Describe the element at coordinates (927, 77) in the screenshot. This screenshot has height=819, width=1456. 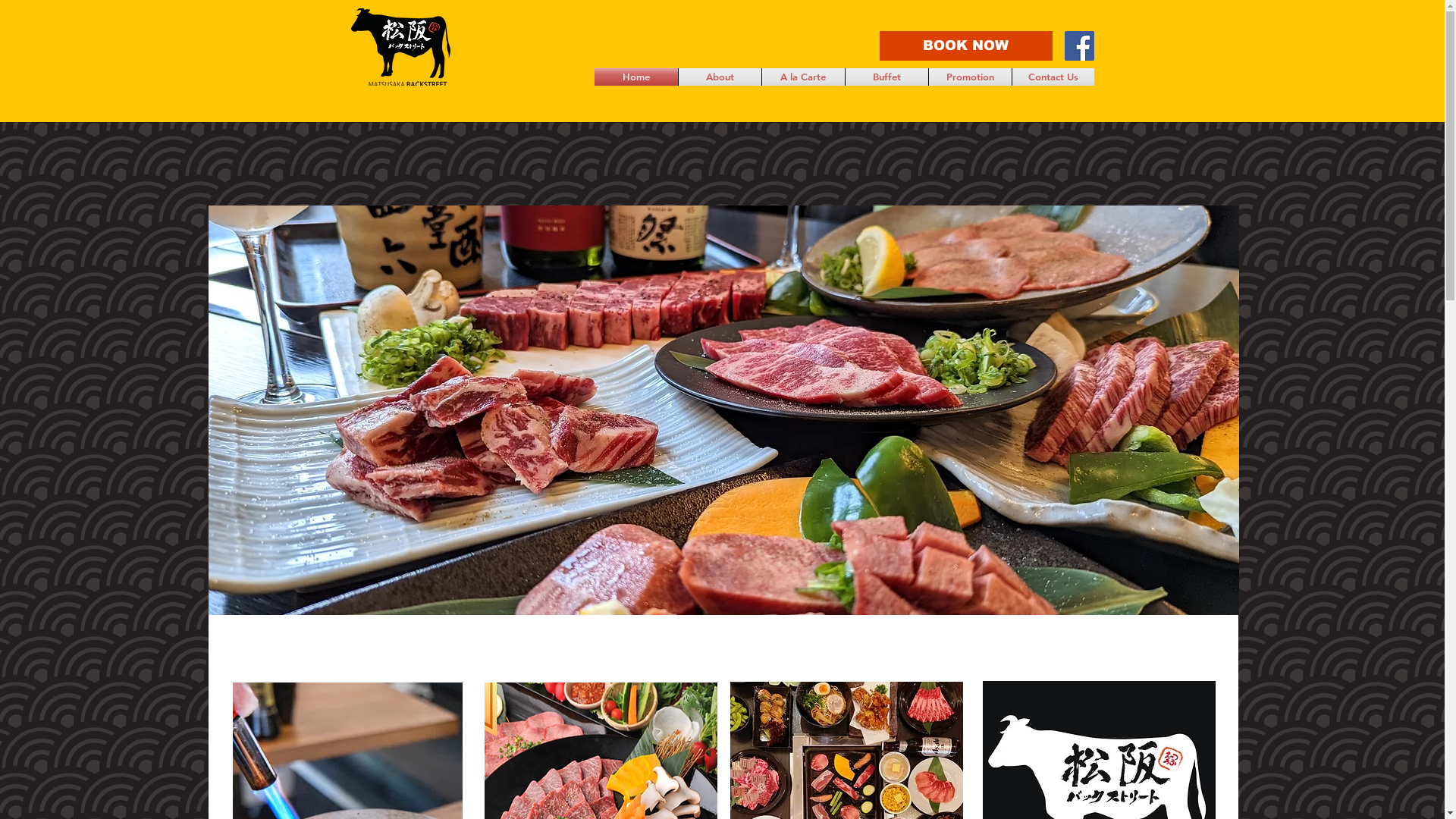
I see `'Promotion'` at that location.